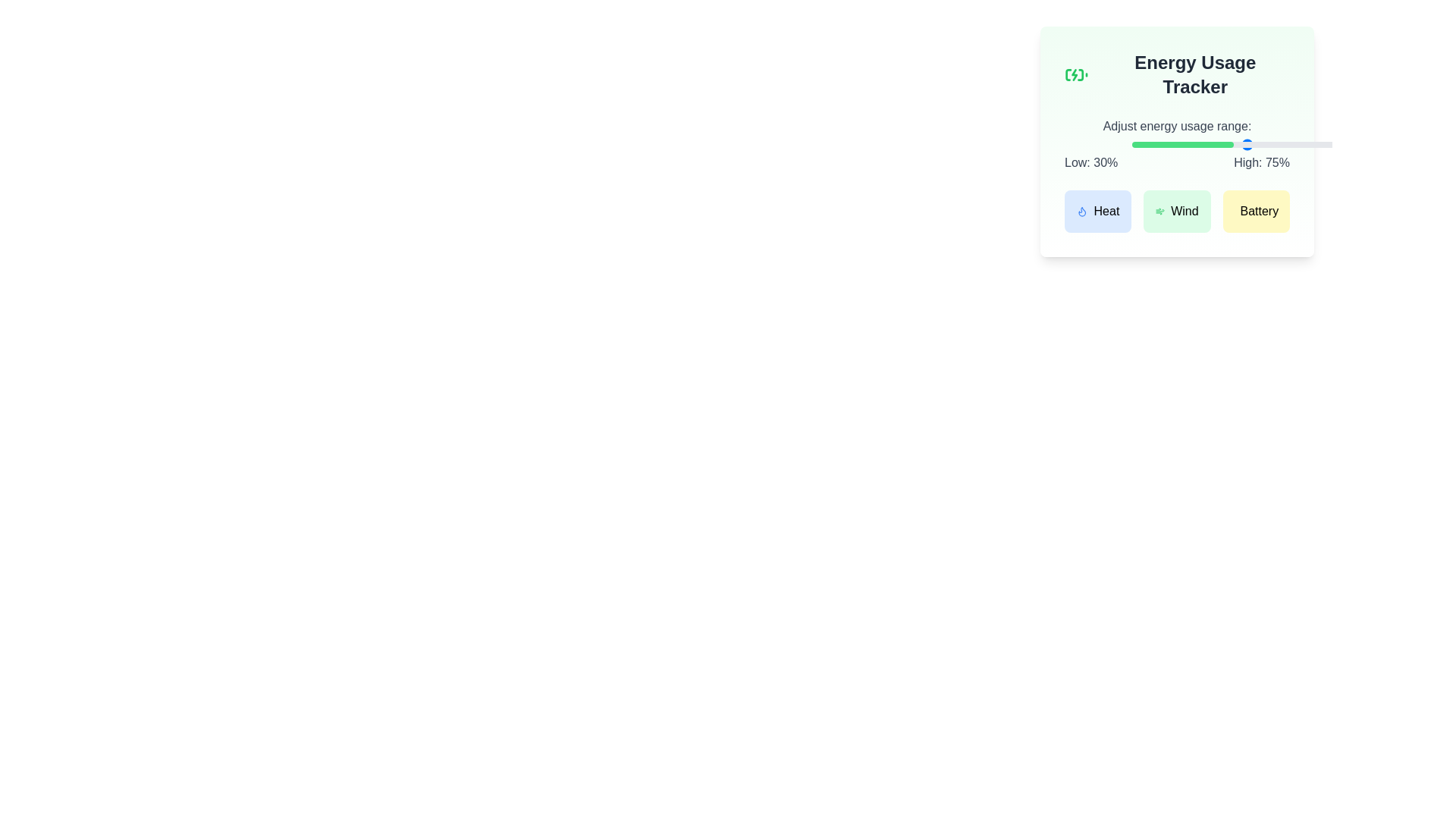 Image resolution: width=1456 pixels, height=819 pixels. I want to click on the energy usage range, so click(1280, 145).